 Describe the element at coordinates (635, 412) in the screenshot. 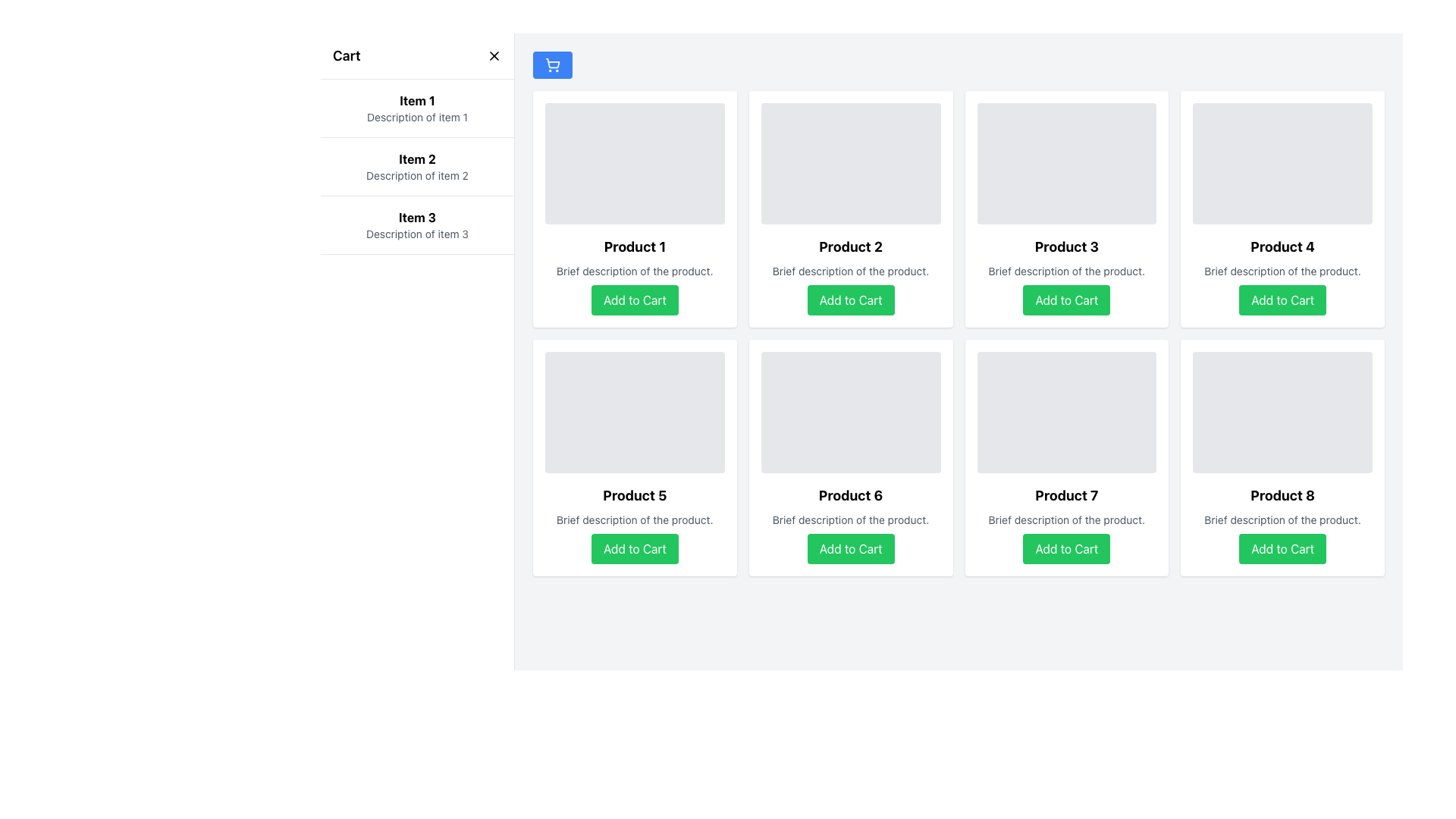

I see `the Image Placeholder, which is a gray rectangular block with rounded corners located at the top of the card labeled 'Product 5'` at that location.